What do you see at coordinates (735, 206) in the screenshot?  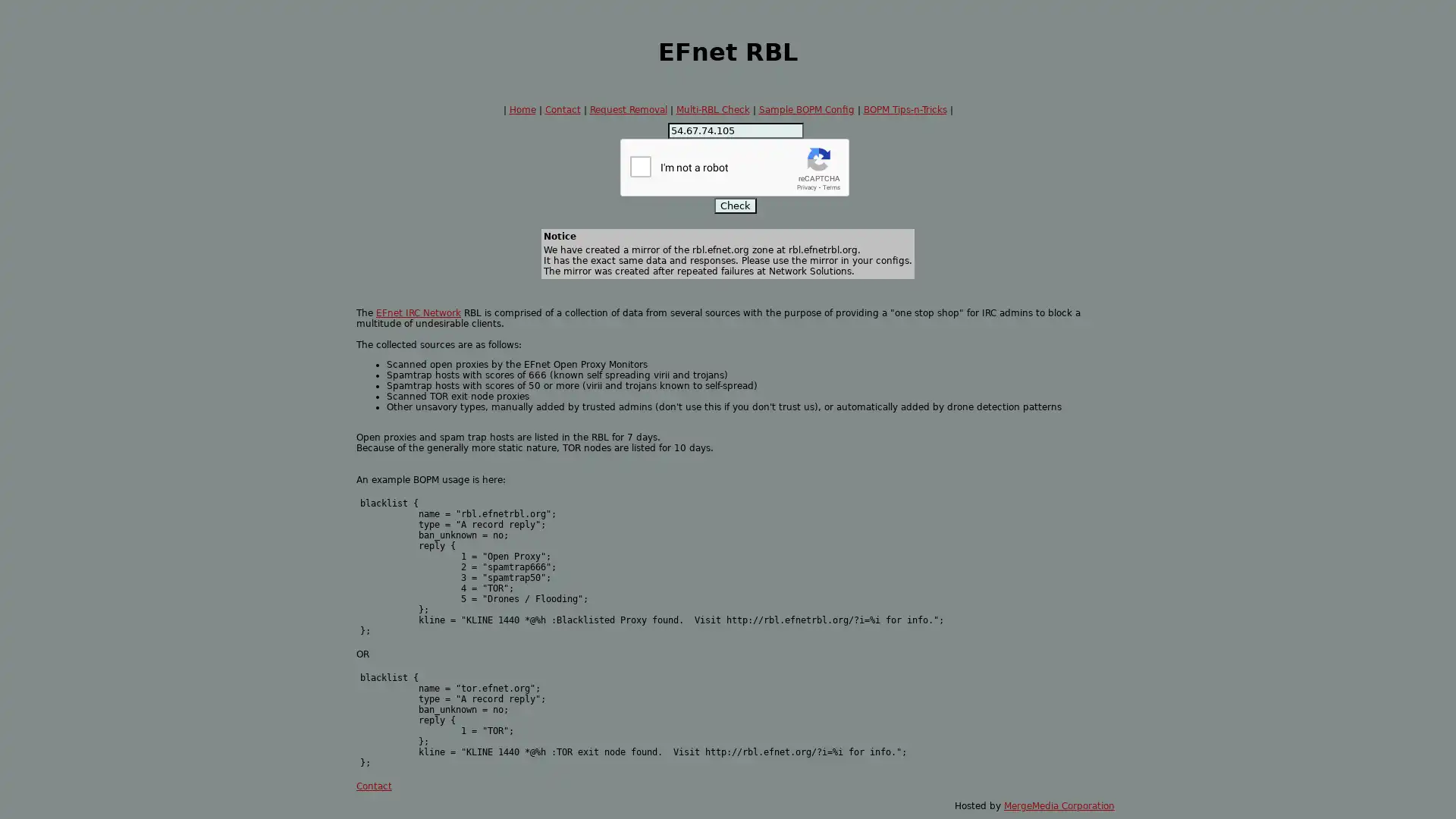 I see `Check` at bounding box center [735, 206].